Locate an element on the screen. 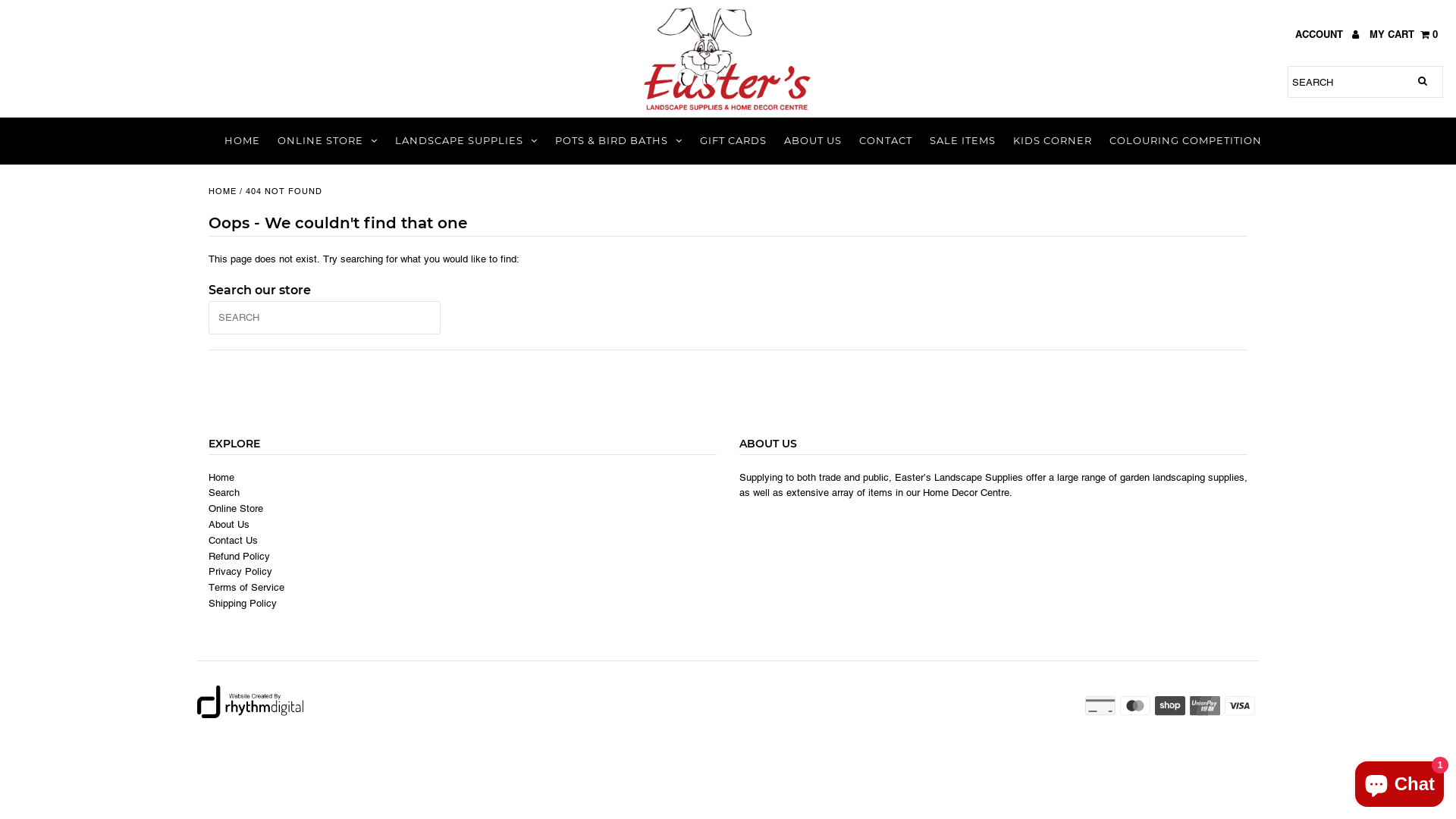 This screenshot has height=819, width=1456. 'ACCOUNT' is located at coordinates (1326, 34).